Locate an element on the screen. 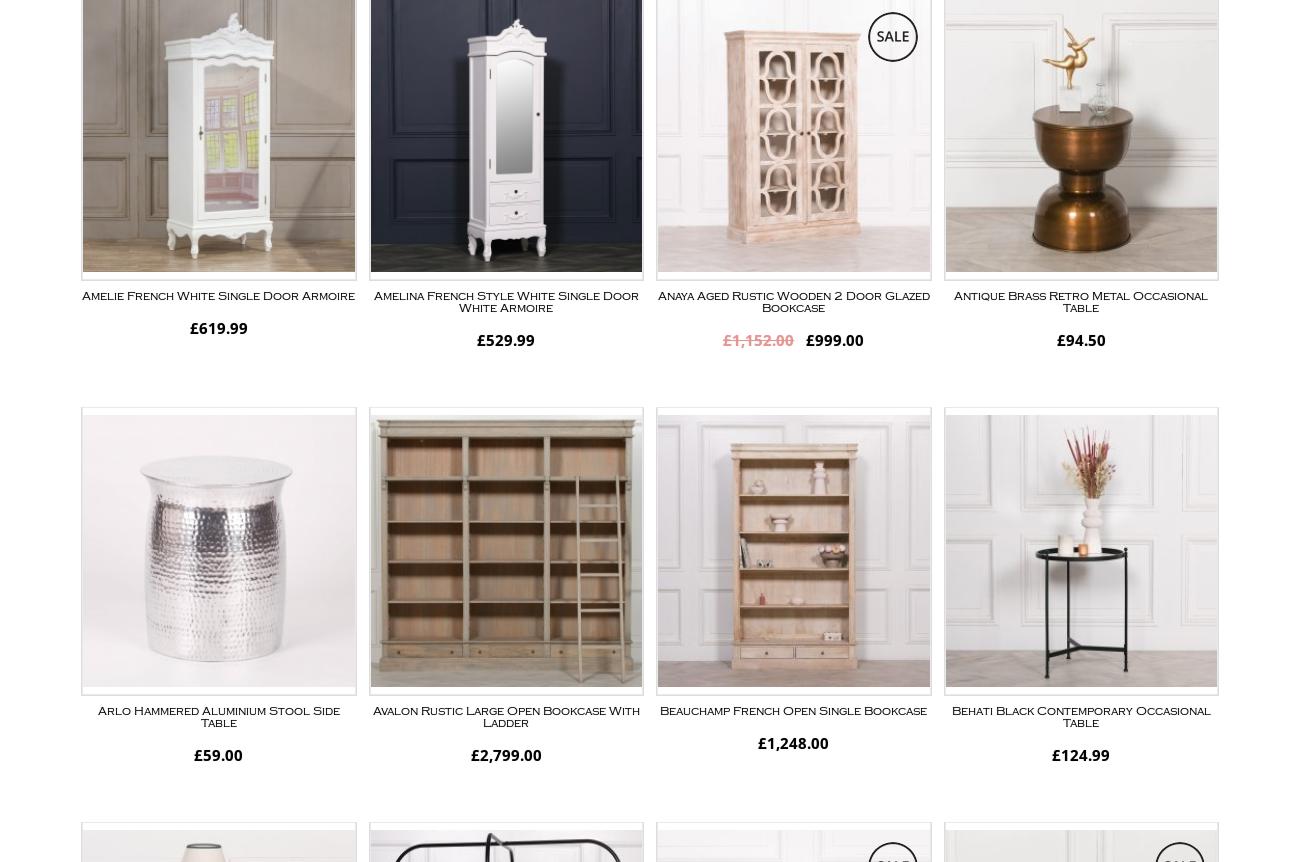 The height and width of the screenshot is (862, 1300). '999.00' is located at coordinates (839, 339).